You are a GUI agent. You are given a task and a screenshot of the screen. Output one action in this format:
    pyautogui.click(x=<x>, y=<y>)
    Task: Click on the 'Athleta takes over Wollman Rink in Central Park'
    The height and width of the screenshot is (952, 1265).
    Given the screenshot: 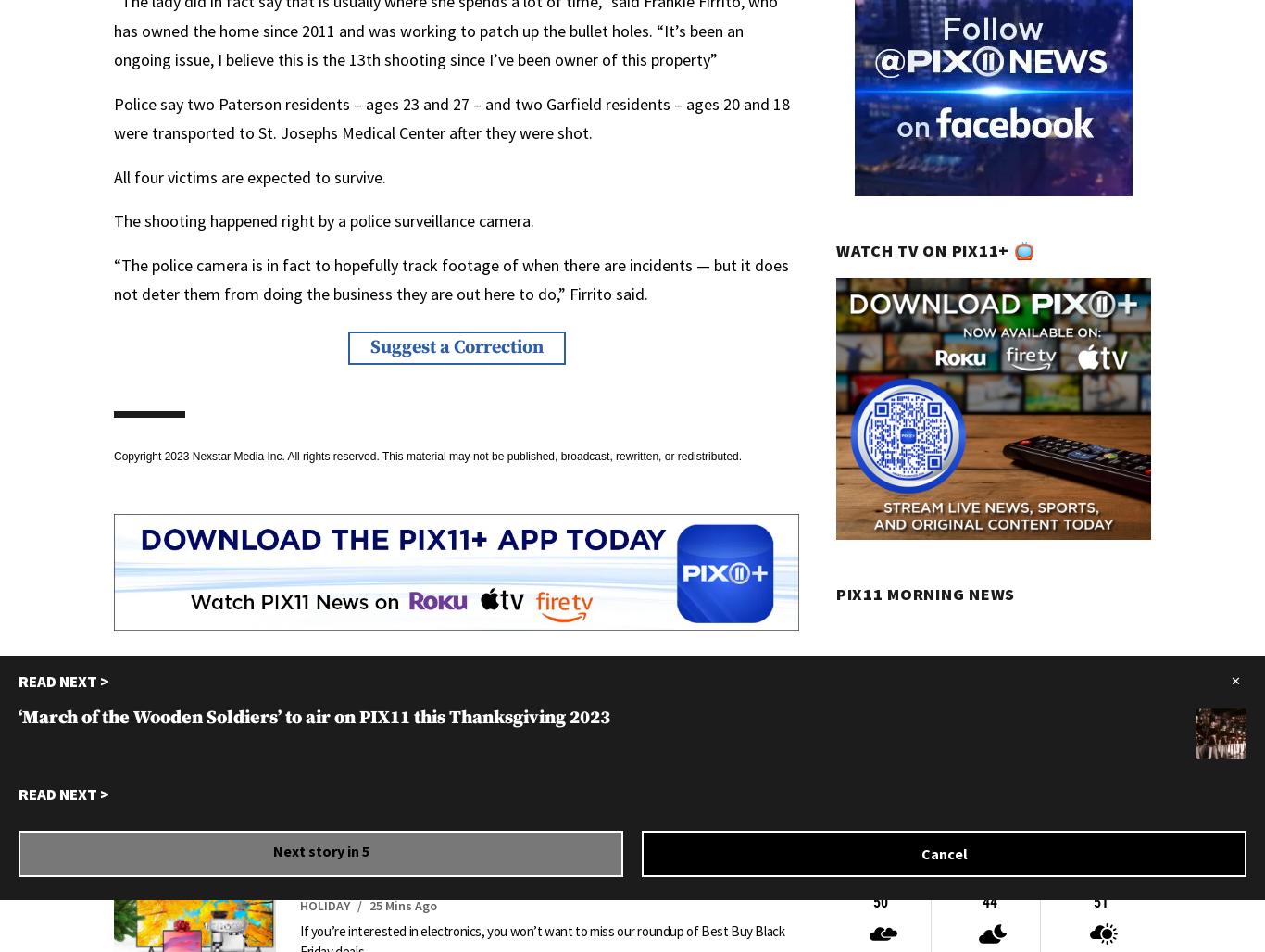 What is the action you would take?
    pyautogui.click(x=22, y=407)
    